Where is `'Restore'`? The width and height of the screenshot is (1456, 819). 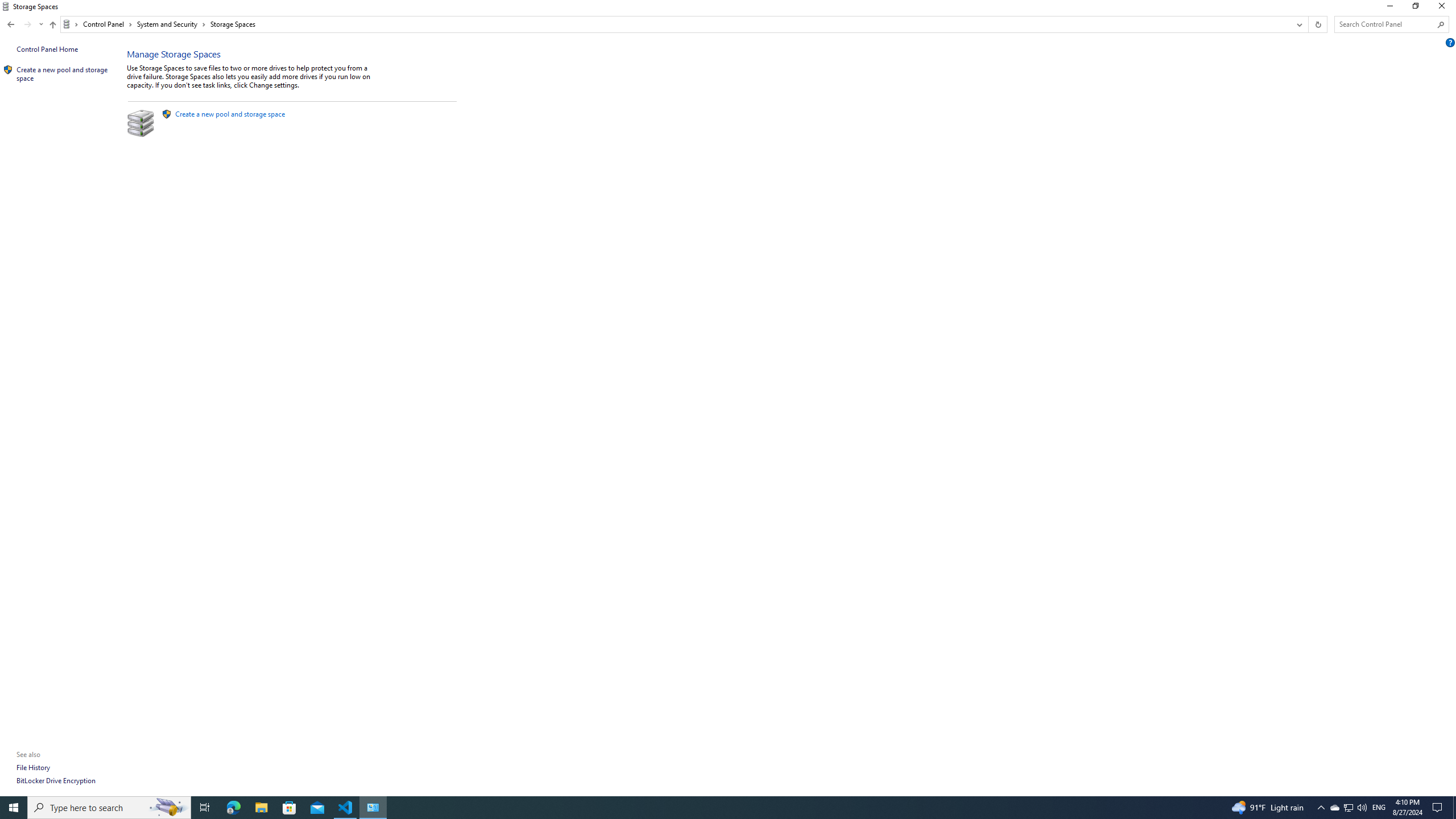 'Restore' is located at coordinates (1414, 9).